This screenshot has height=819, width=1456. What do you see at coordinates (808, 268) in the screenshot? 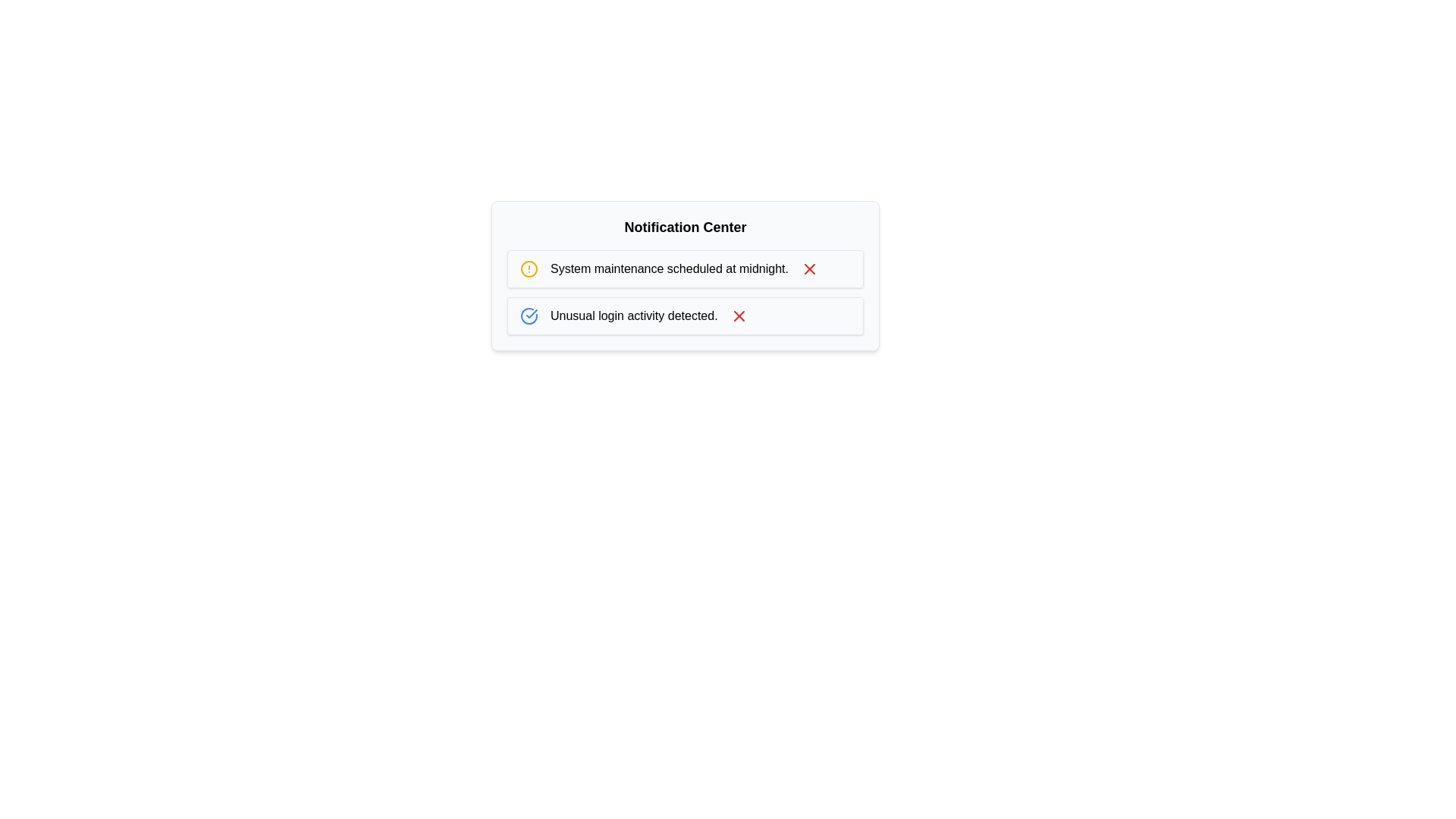
I see `the close or cancel icon located to the right of the 'Unusual login activity detected.' text in the second row of the notification list` at bounding box center [808, 268].